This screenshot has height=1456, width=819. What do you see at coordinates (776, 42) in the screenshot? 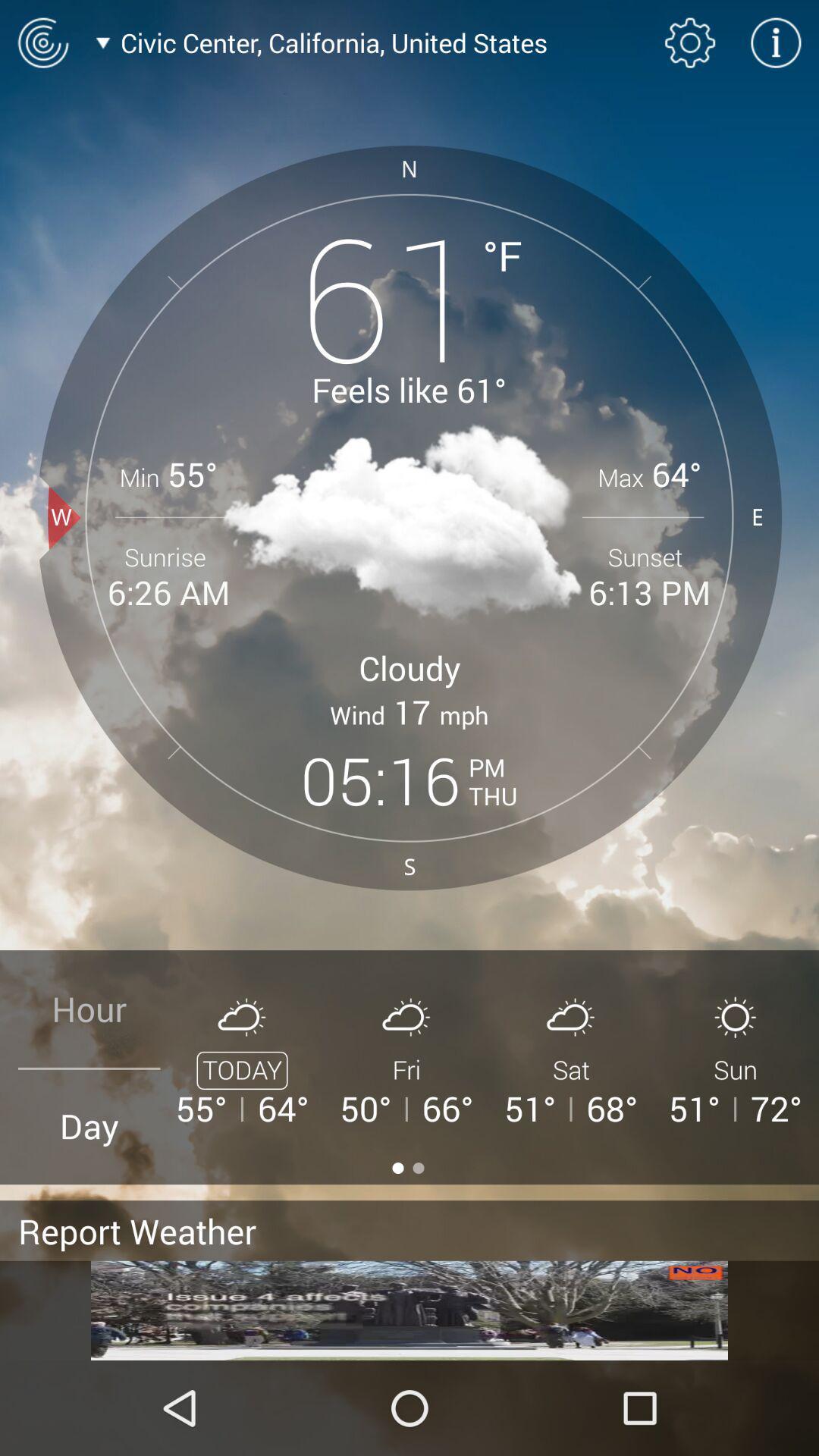
I see `click information icon` at bounding box center [776, 42].